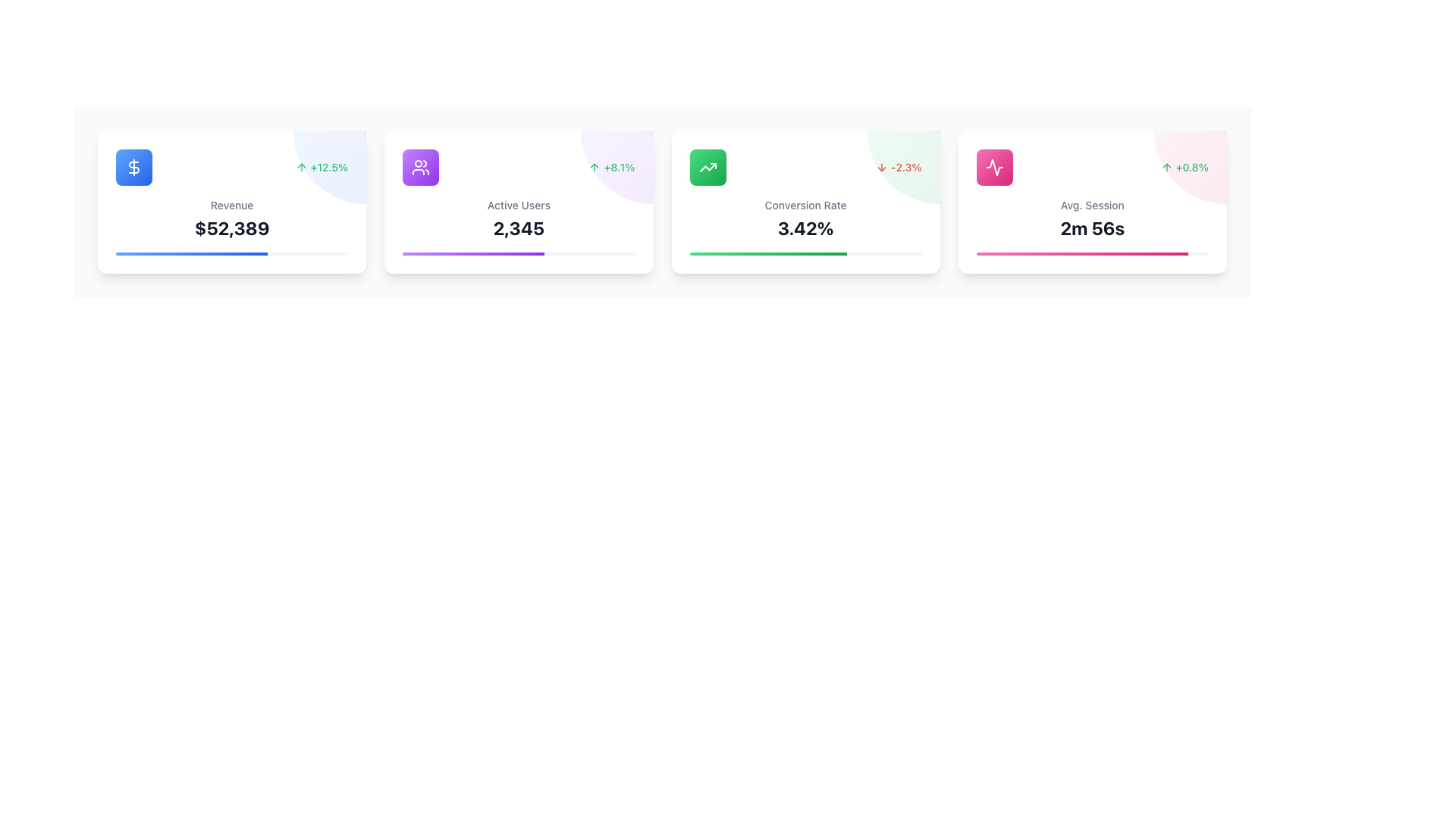  Describe the element at coordinates (1092, 205) in the screenshot. I see `the Text Label identifying the average session duration metric, located in the fourth card of the performance metrics grid` at that location.